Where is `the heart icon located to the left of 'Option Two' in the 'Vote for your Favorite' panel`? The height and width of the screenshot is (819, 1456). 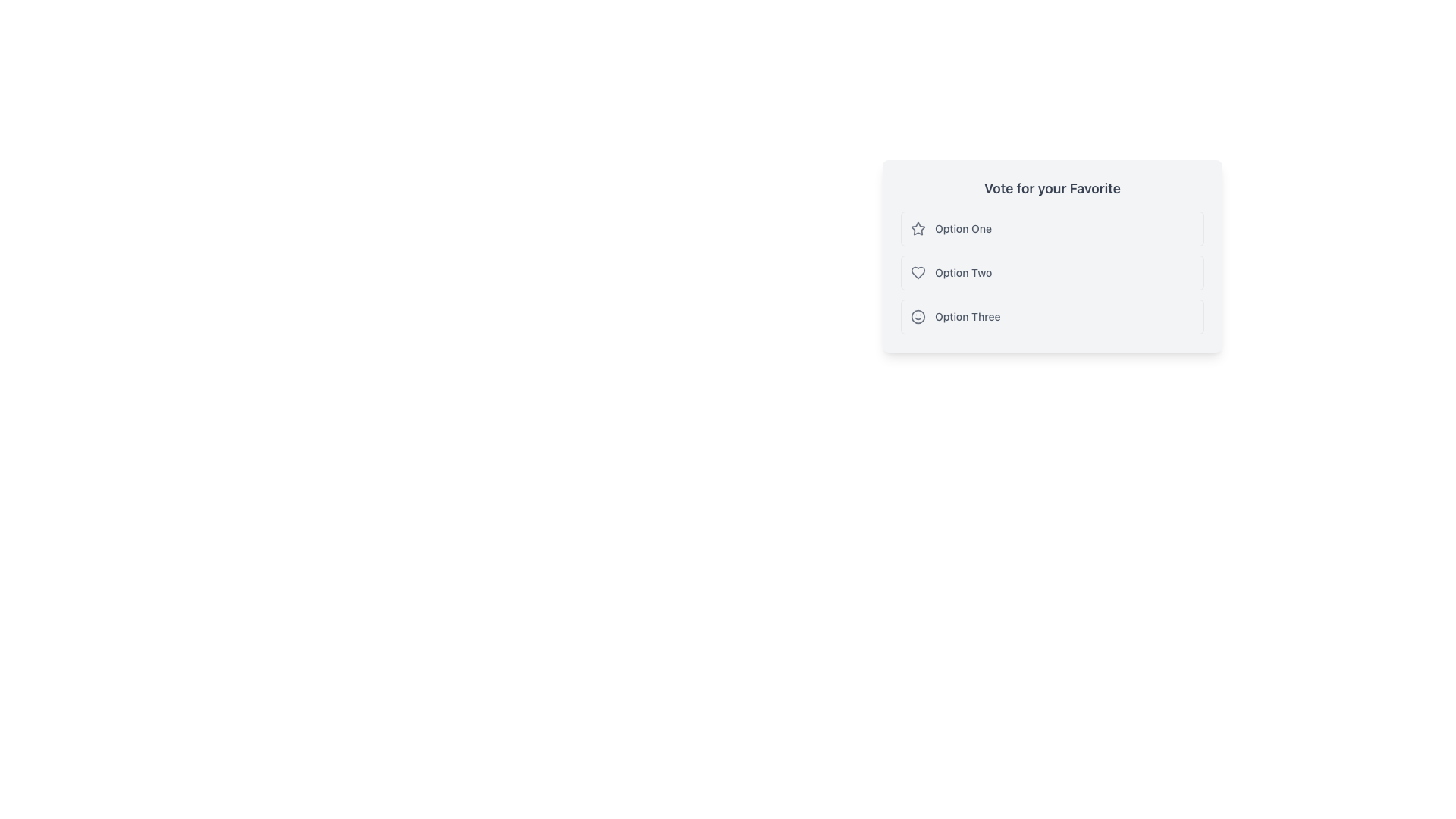 the heart icon located to the left of 'Option Two' in the 'Vote for your Favorite' panel is located at coordinates (917, 271).